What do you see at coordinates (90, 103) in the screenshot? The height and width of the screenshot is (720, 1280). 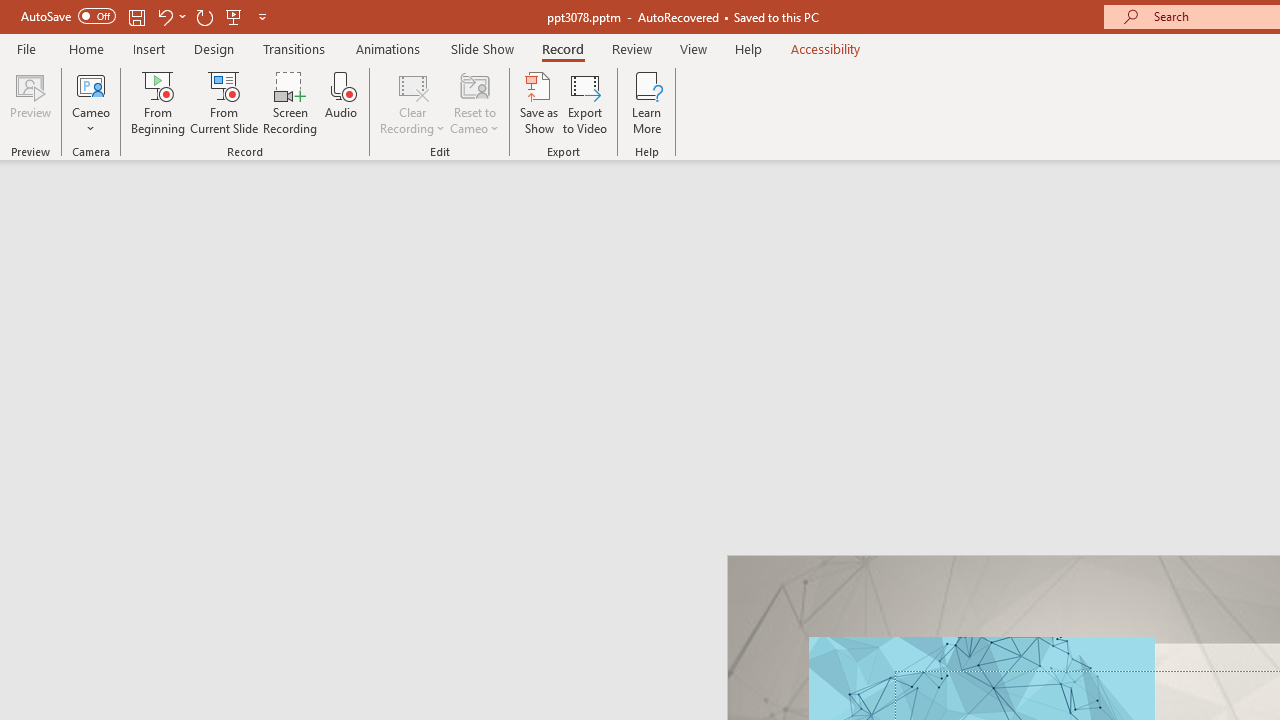 I see `'Cameo'` at bounding box center [90, 103].